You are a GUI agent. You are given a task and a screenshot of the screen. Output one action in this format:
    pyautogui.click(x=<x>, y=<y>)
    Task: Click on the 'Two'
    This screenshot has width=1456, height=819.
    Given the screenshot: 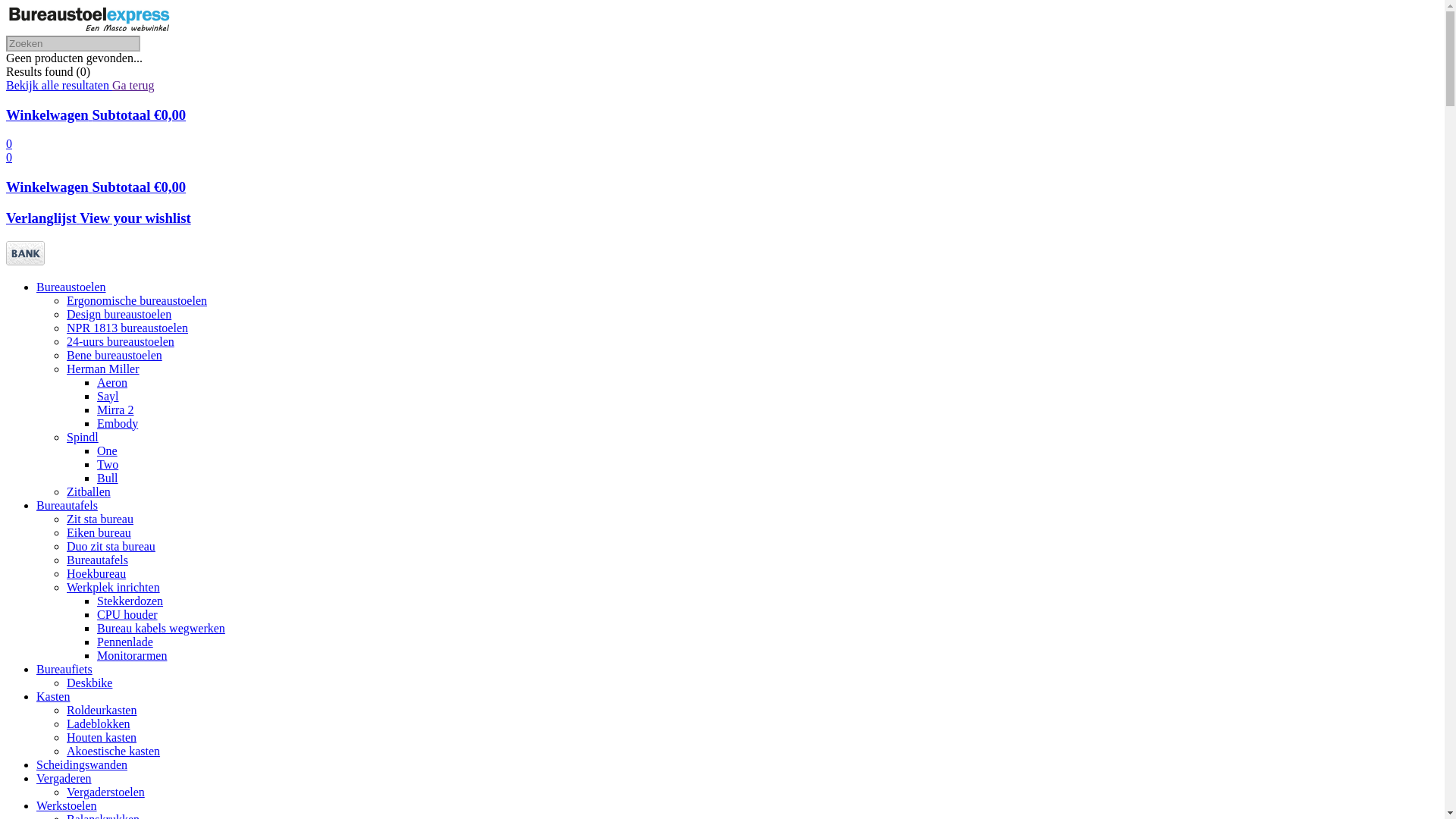 What is the action you would take?
    pyautogui.click(x=107, y=463)
    